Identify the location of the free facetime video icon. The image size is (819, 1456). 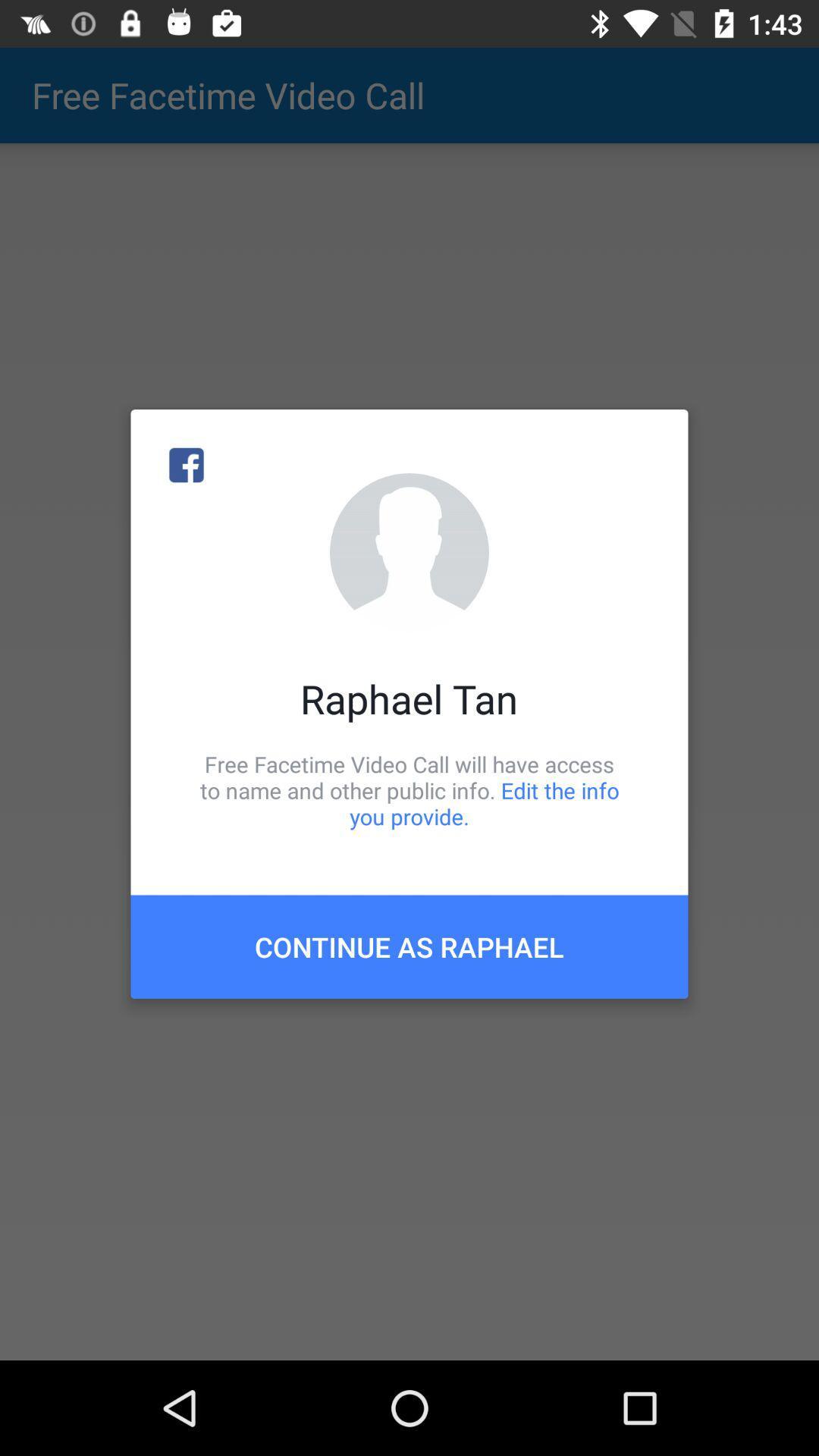
(409, 789).